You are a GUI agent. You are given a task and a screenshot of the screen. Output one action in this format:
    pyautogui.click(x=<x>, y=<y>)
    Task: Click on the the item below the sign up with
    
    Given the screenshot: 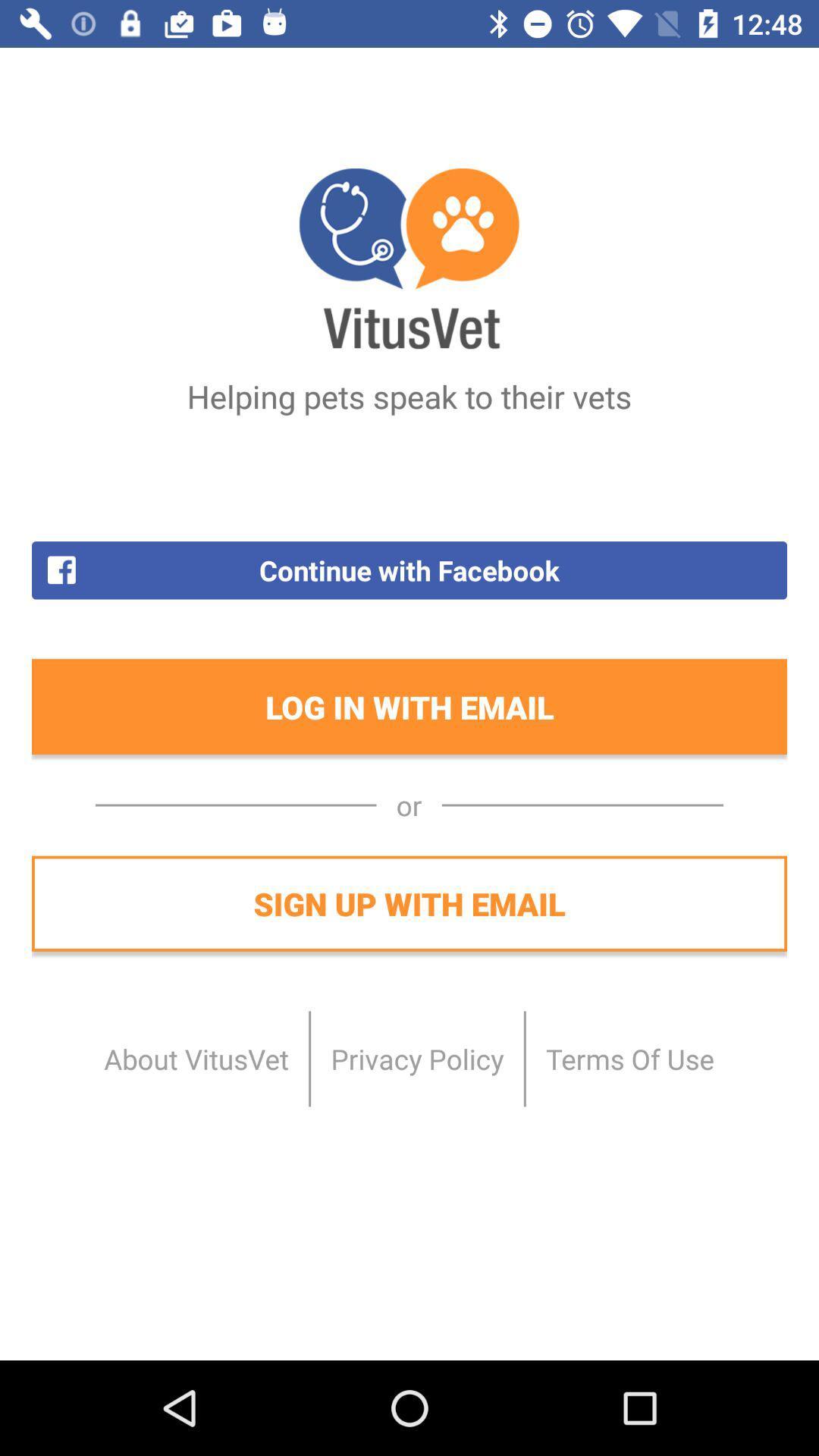 What is the action you would take?
    pyautogui.click(x=196, y=1058)
    